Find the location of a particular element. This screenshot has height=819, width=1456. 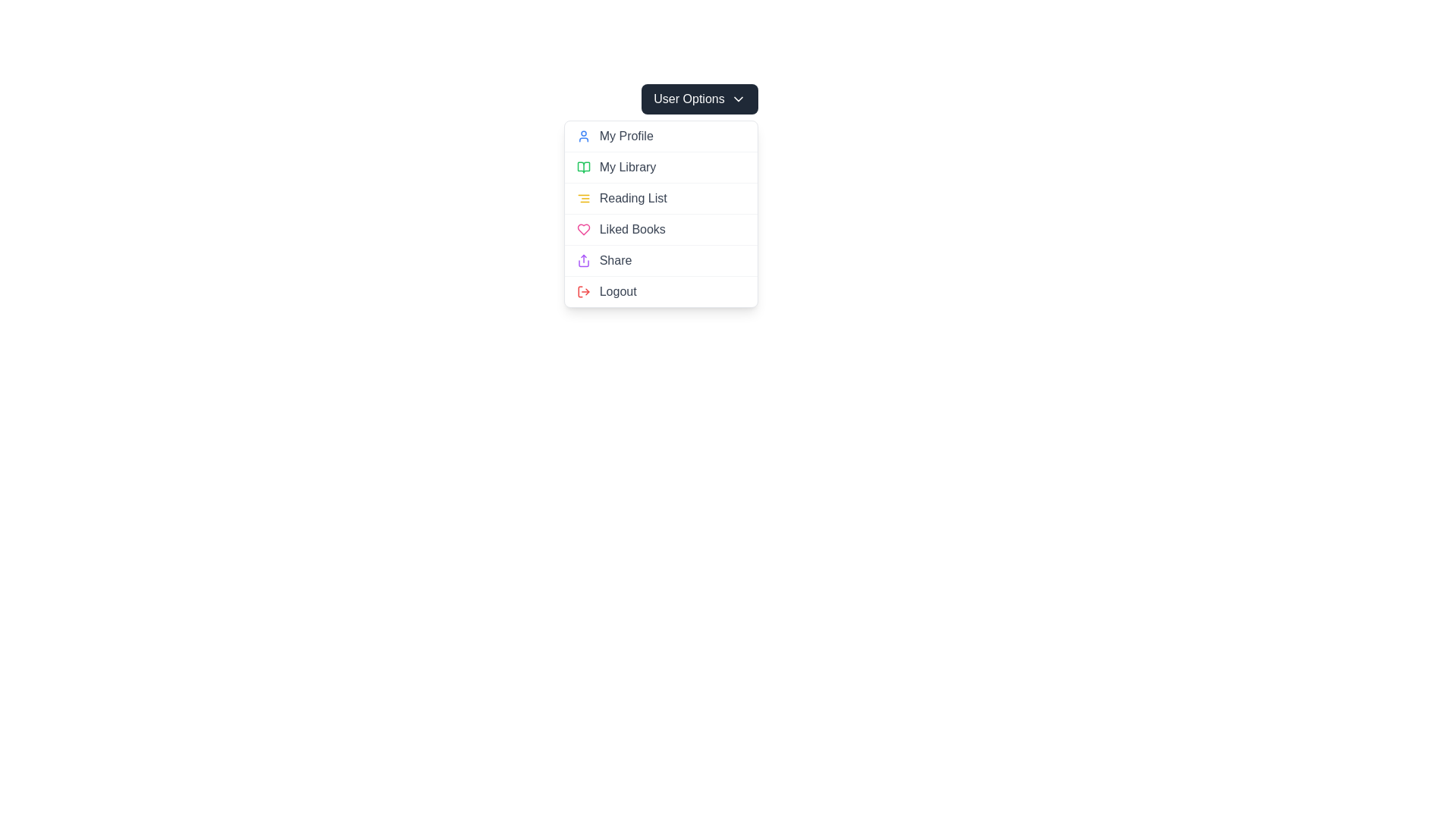

the yellow icon resembling three horizontal aligned lines located to the left of the 'Reading List' text in the dropdown menu is located at coordinates (582, 198).